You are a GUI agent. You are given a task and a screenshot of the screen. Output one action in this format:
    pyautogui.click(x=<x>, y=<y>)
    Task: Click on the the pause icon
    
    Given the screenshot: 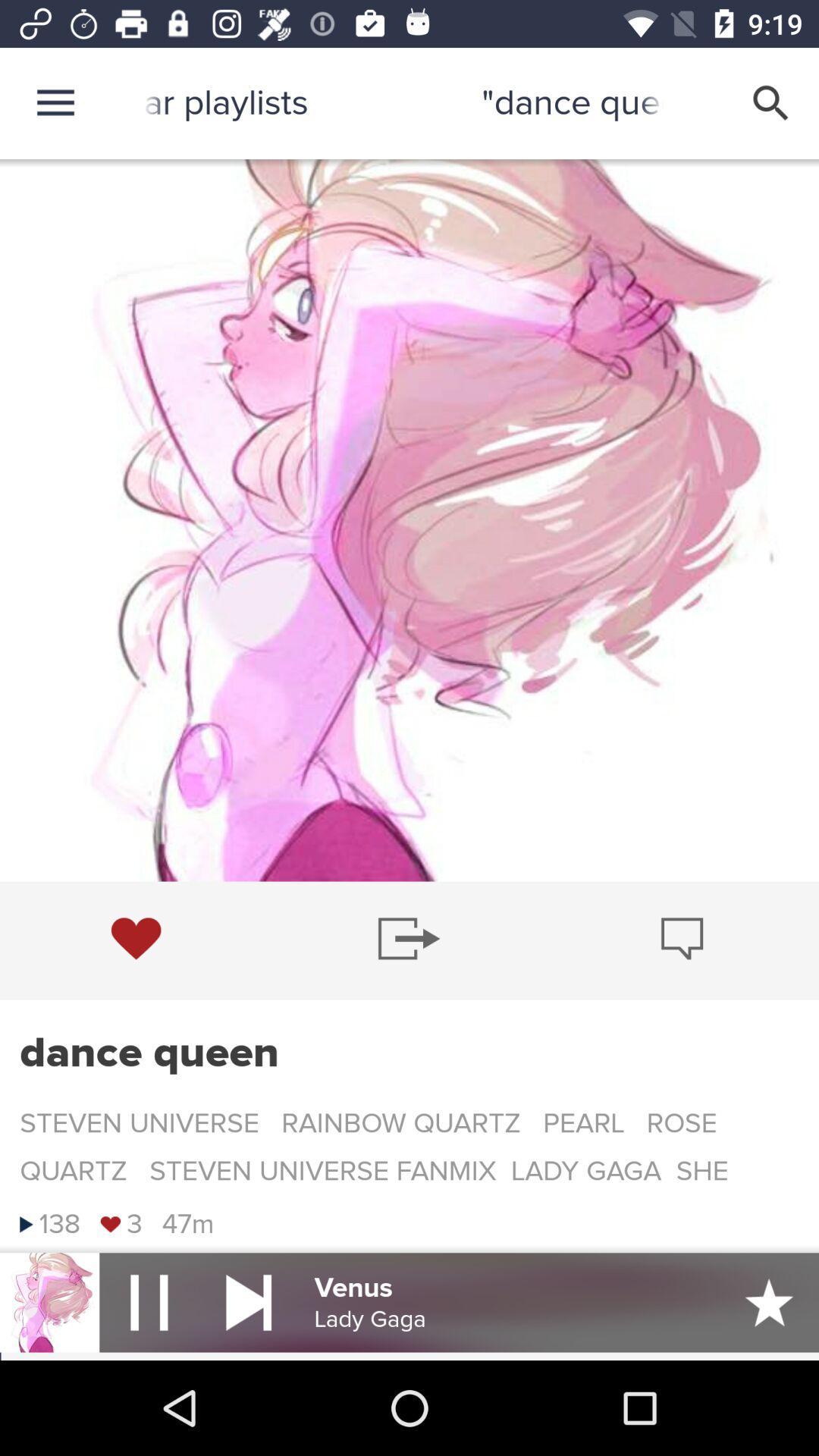 What is the action you would take?
    pyautogui.click(x=149, y=1301)
    